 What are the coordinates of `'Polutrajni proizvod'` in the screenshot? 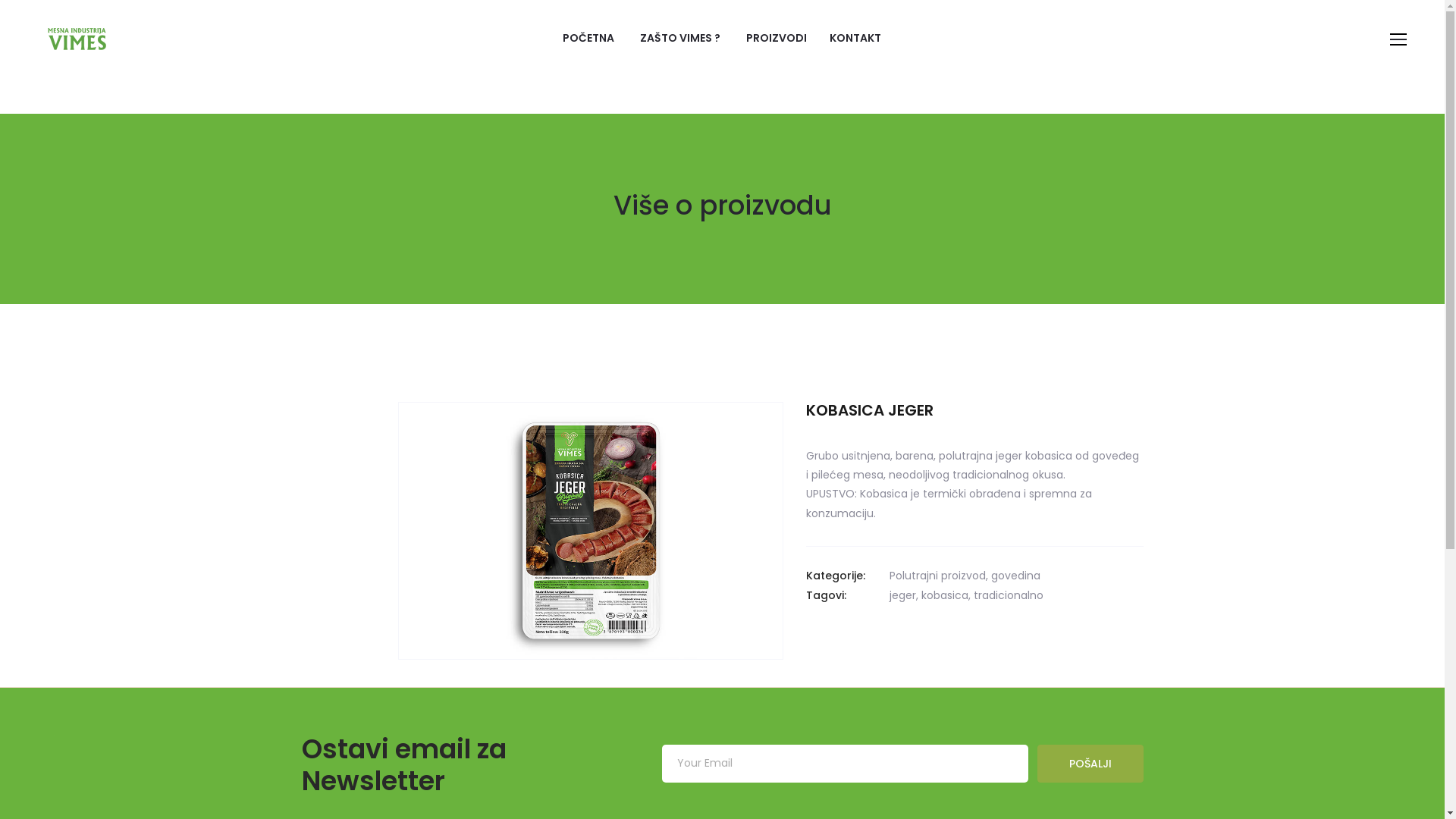 It's located at (936, 576).